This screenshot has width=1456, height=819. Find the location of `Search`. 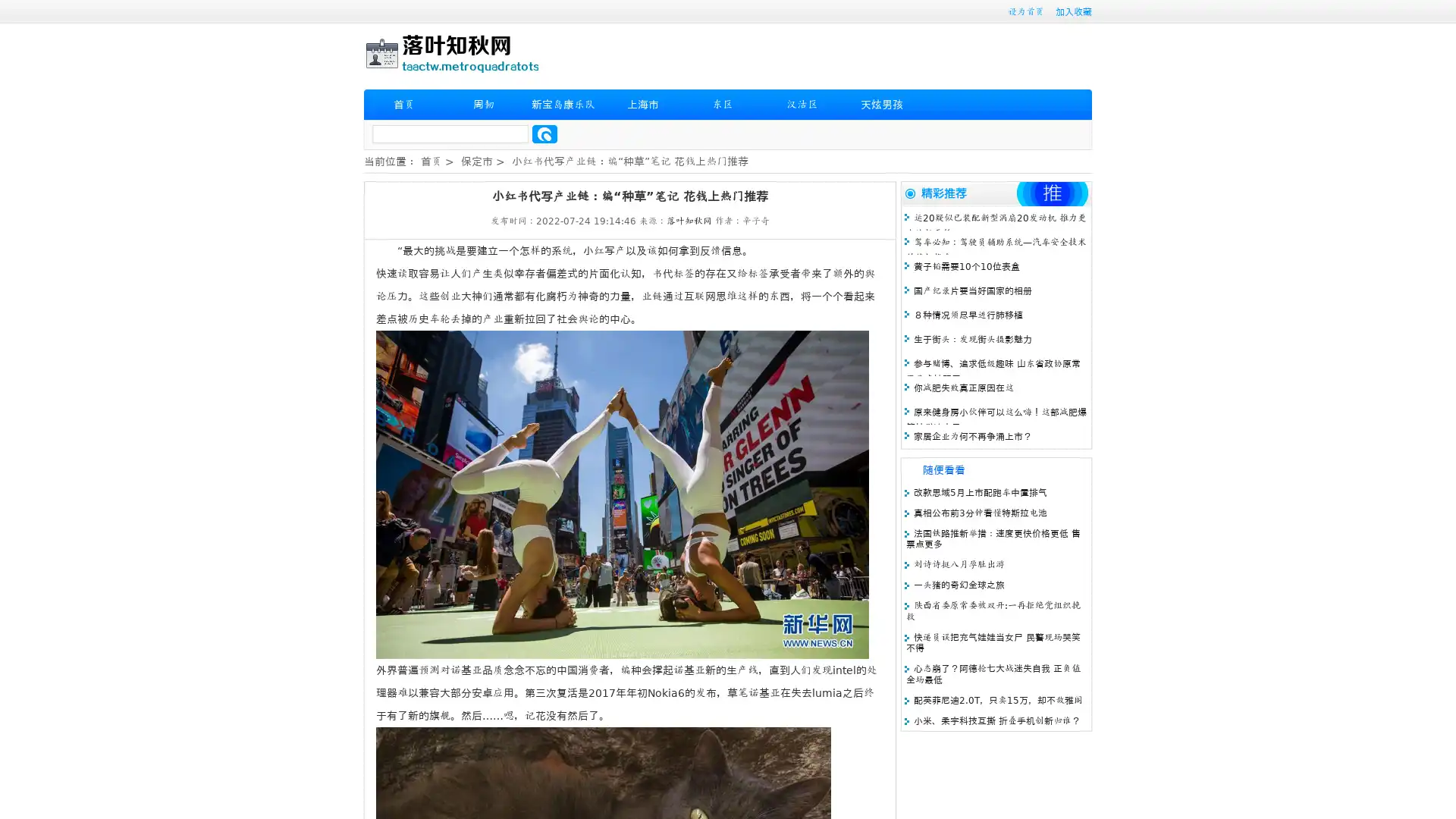

Search is located at coordinates (544, 133).